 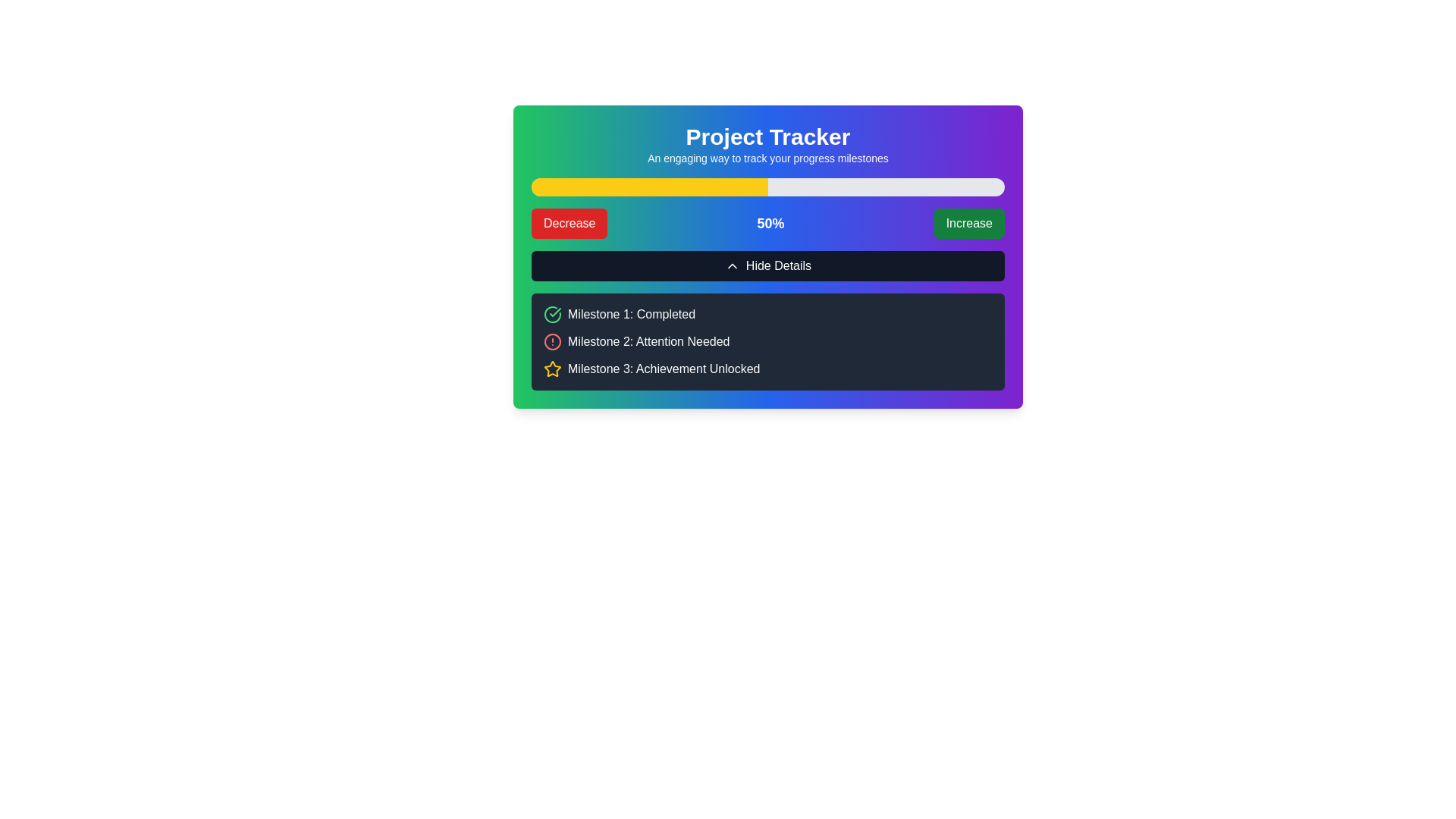 What do you see at coordinates (552, 314) in the screenshot?
I see `the milestone completion icon` at bounding box center [552, 314].